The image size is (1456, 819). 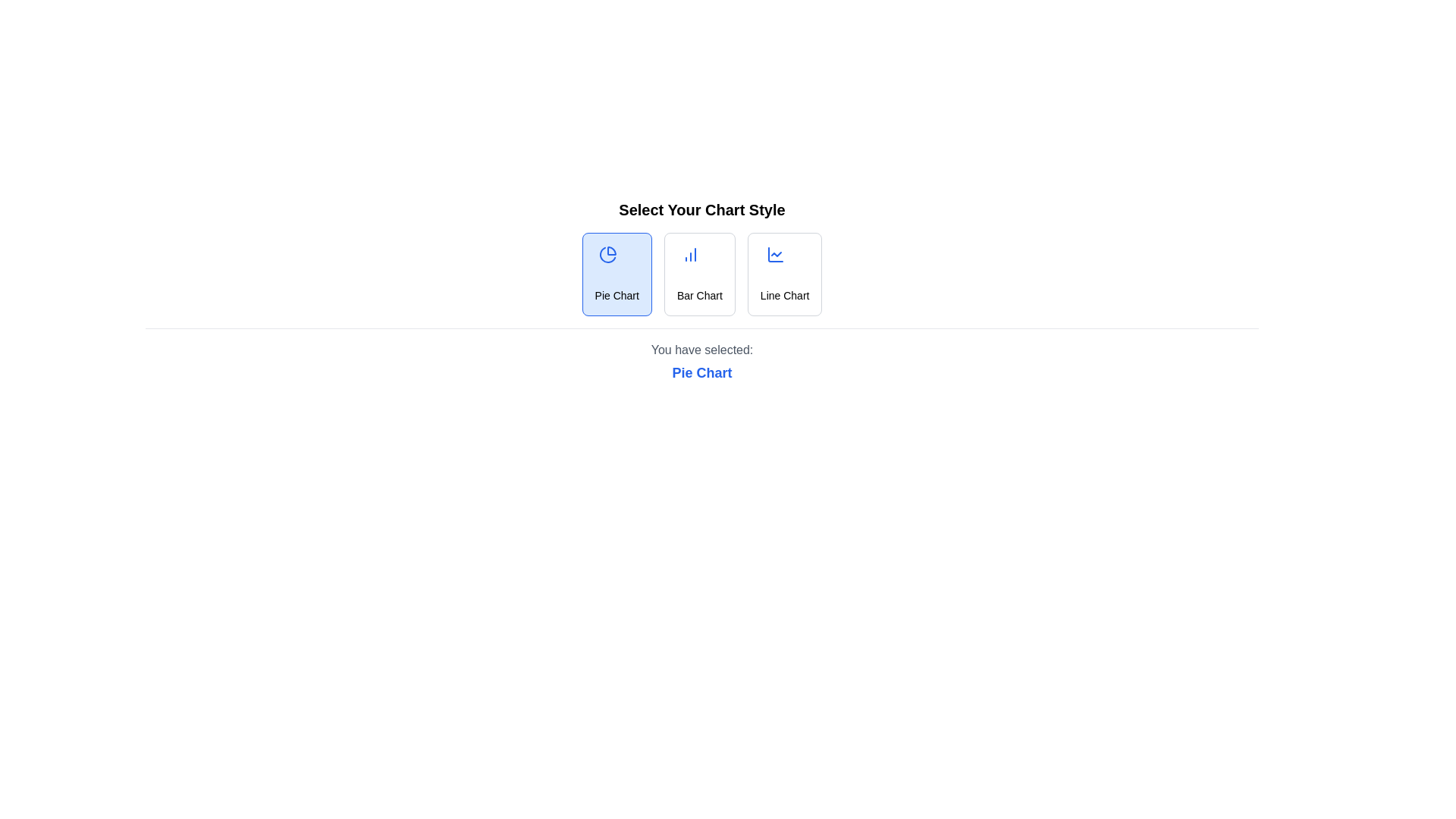 I want to click on the icon representing the 'Bar Chart' option, so click(x=689, y=253).